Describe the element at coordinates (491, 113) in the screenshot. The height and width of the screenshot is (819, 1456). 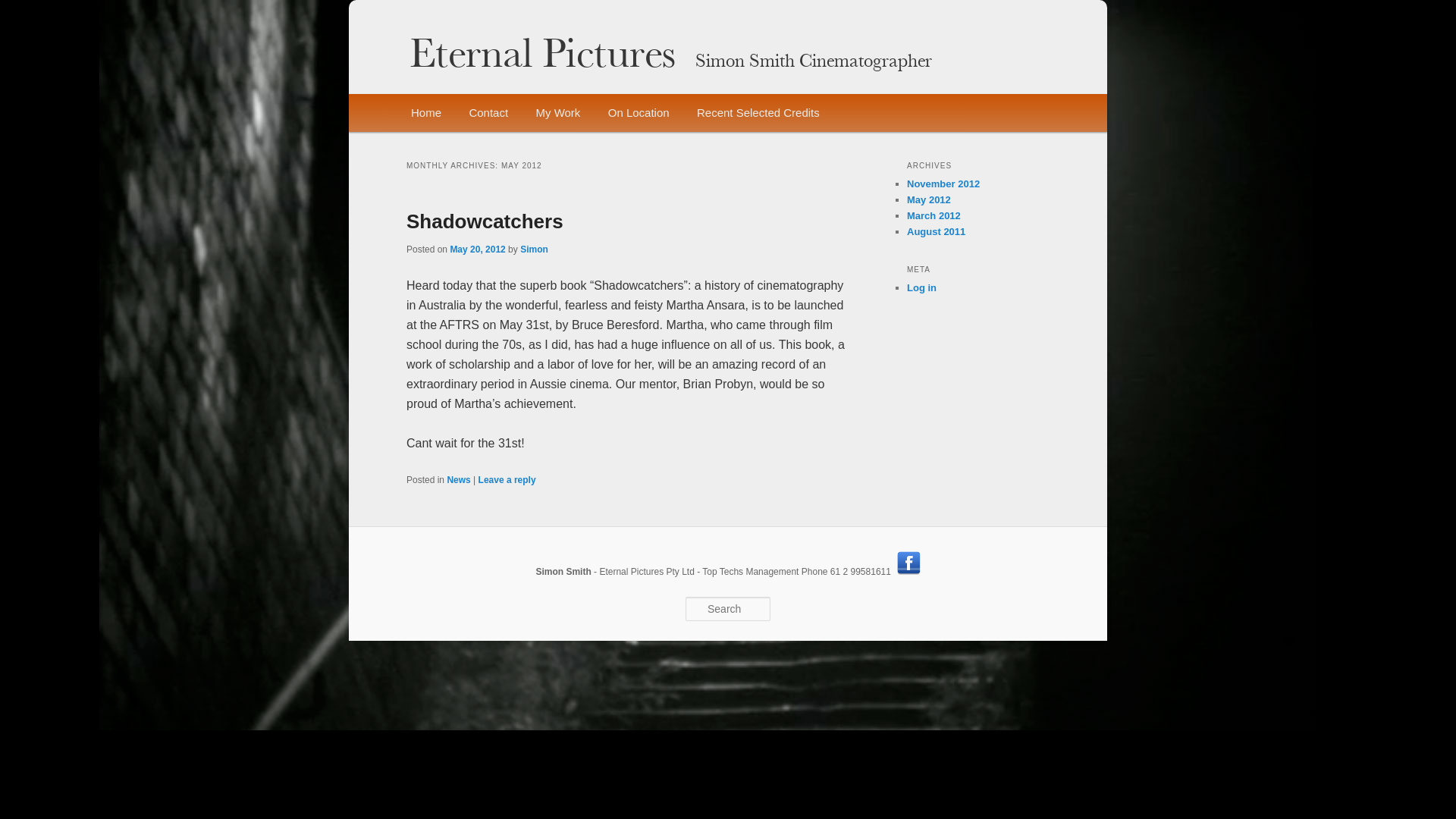
I see `'Skip to secondary content'` at that location.